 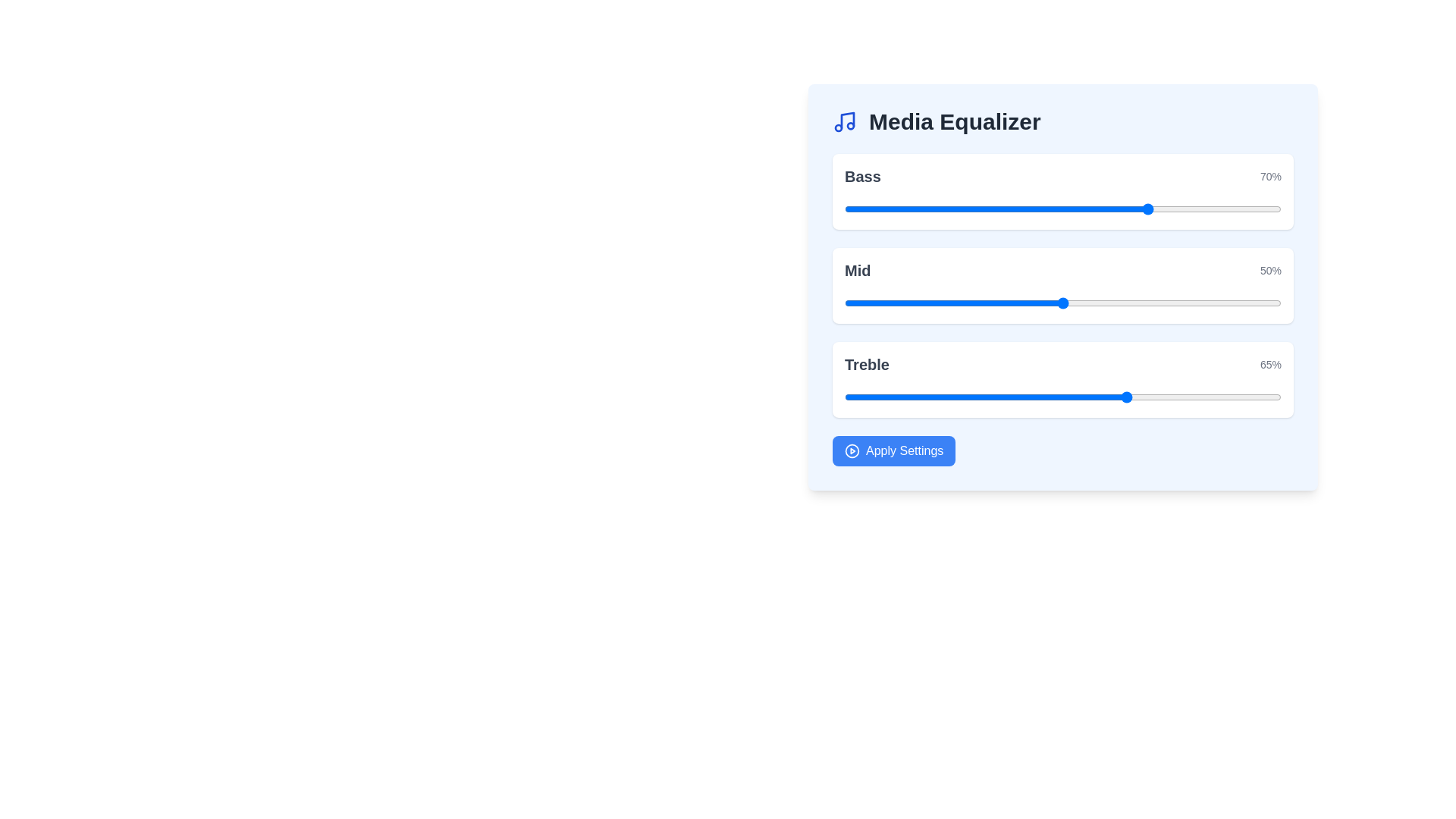 I want to click on the bass level, so click(x=848, y=209).